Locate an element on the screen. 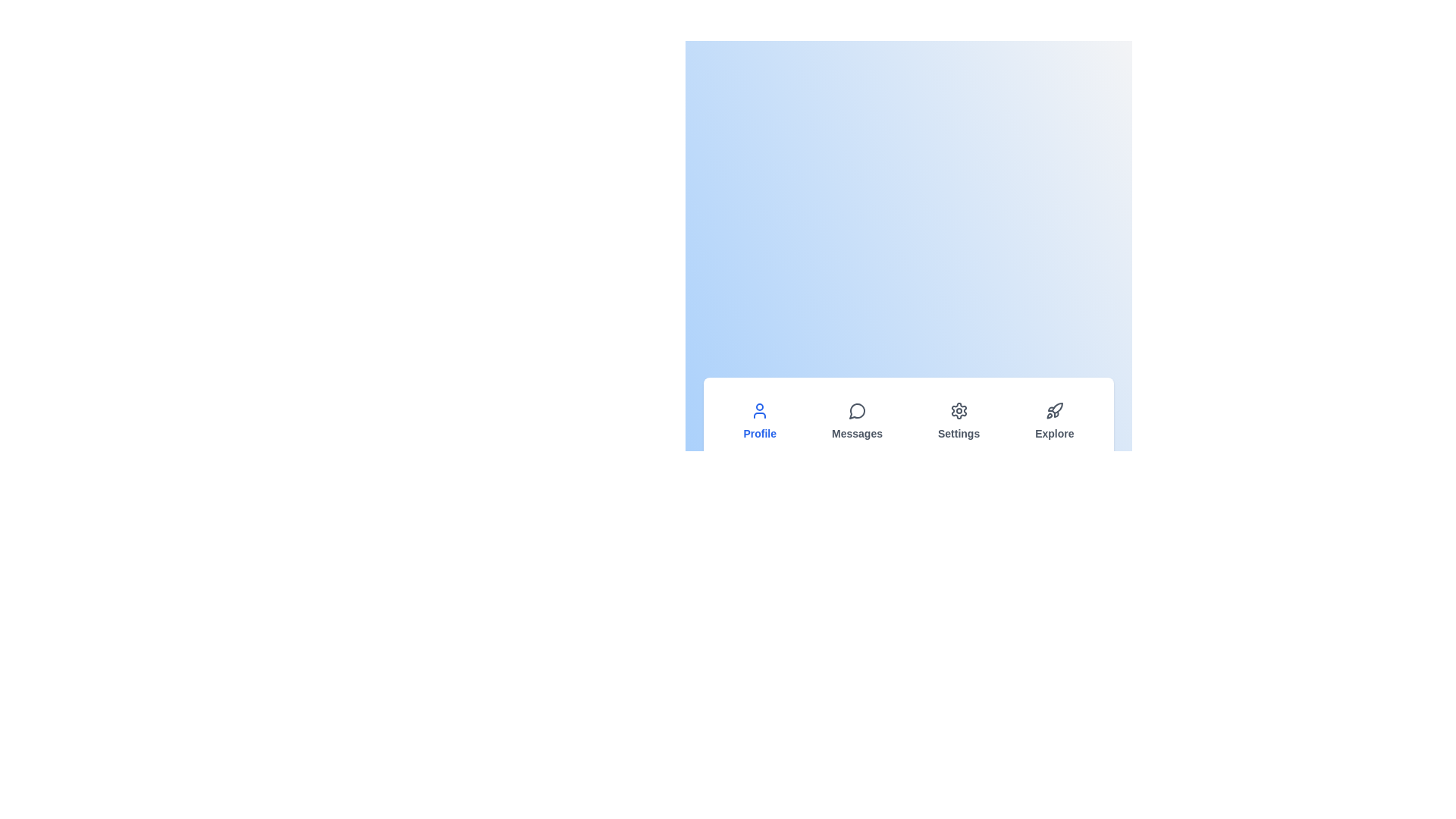 The width and height of the screenshot is (1456, 819). the tab labeled Profile is located at coordinates (760, 421).